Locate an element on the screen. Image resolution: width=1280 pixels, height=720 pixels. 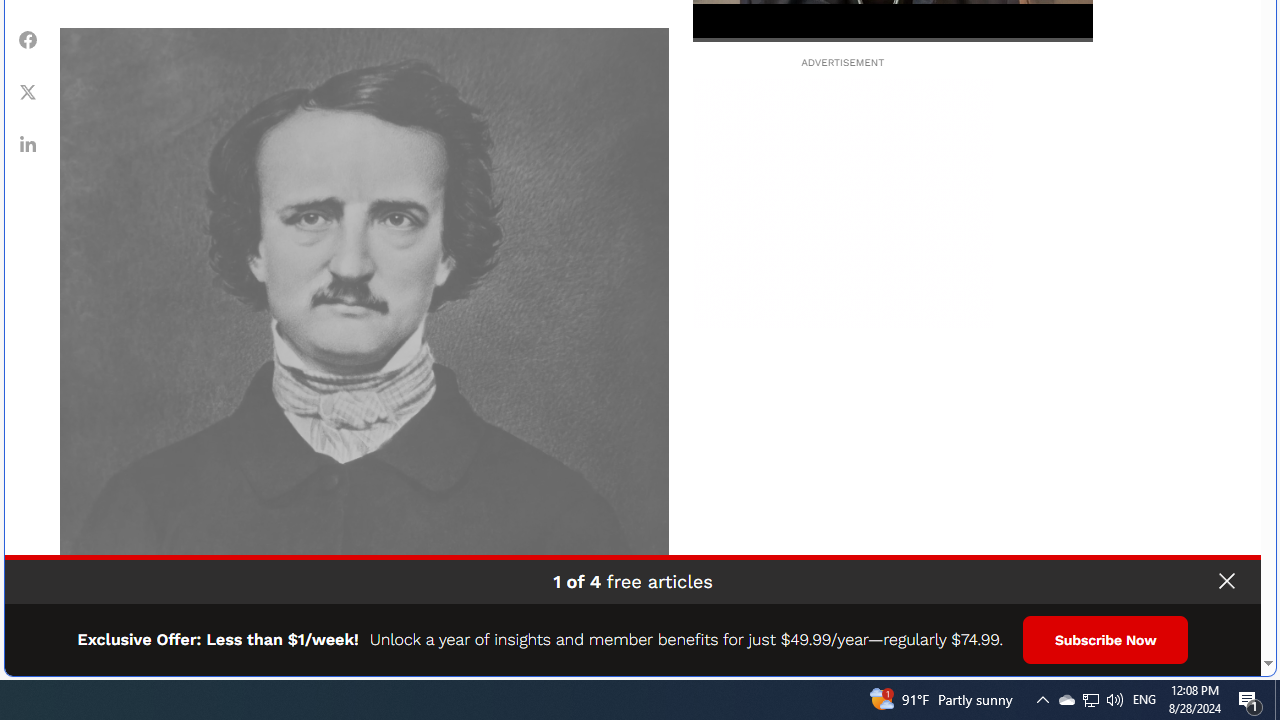
'Class: article-sharing__item' is located at coordinates (28, 142).